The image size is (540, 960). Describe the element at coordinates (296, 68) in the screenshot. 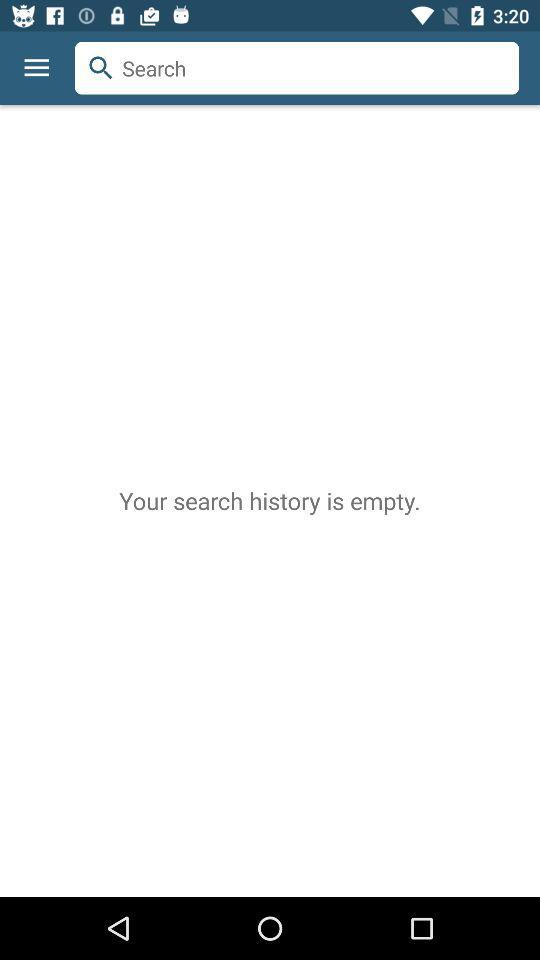

I see `search bar` at that location.